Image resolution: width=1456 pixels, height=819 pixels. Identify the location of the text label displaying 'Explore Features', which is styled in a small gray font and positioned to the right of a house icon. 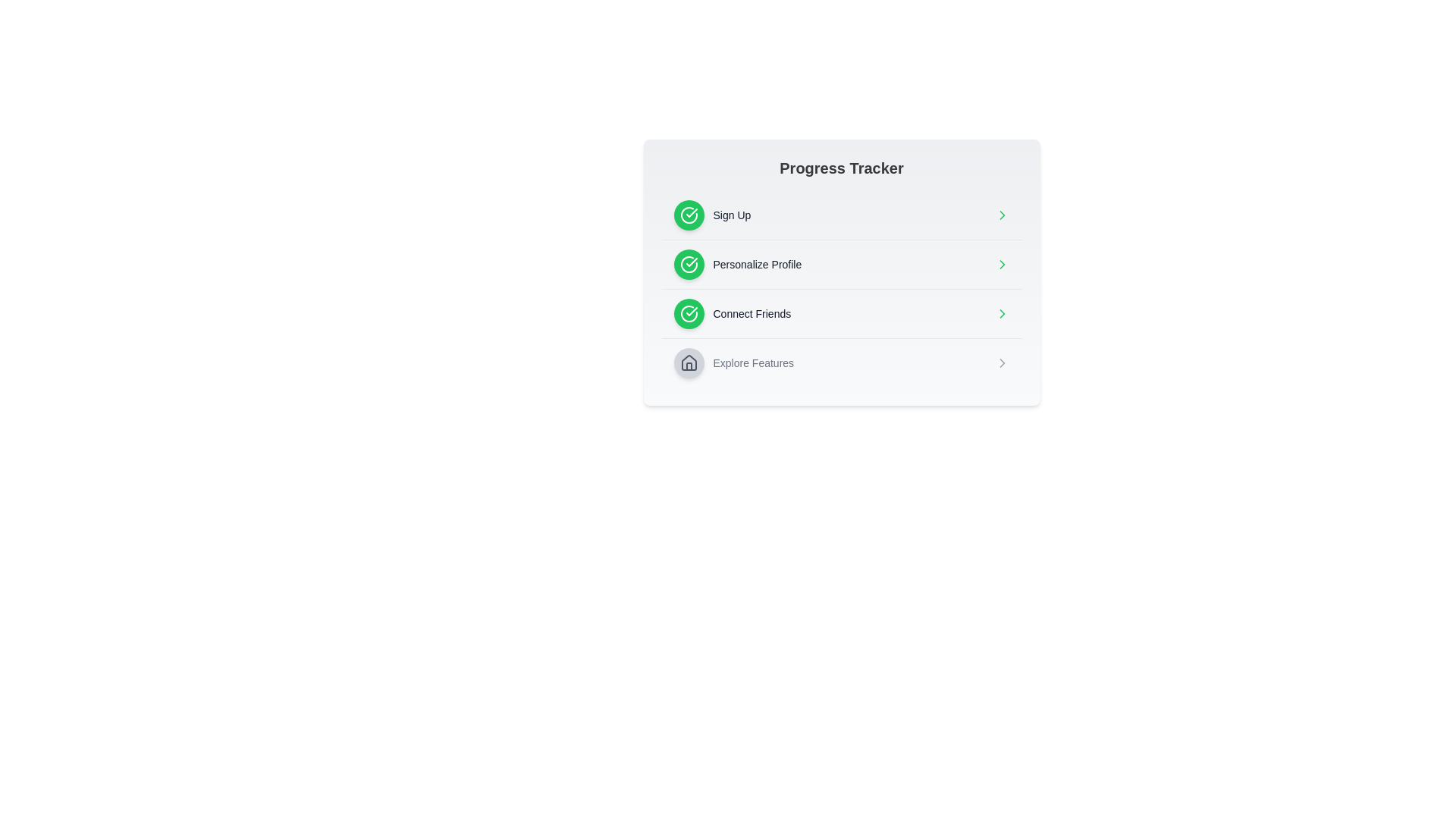
(753, 362).